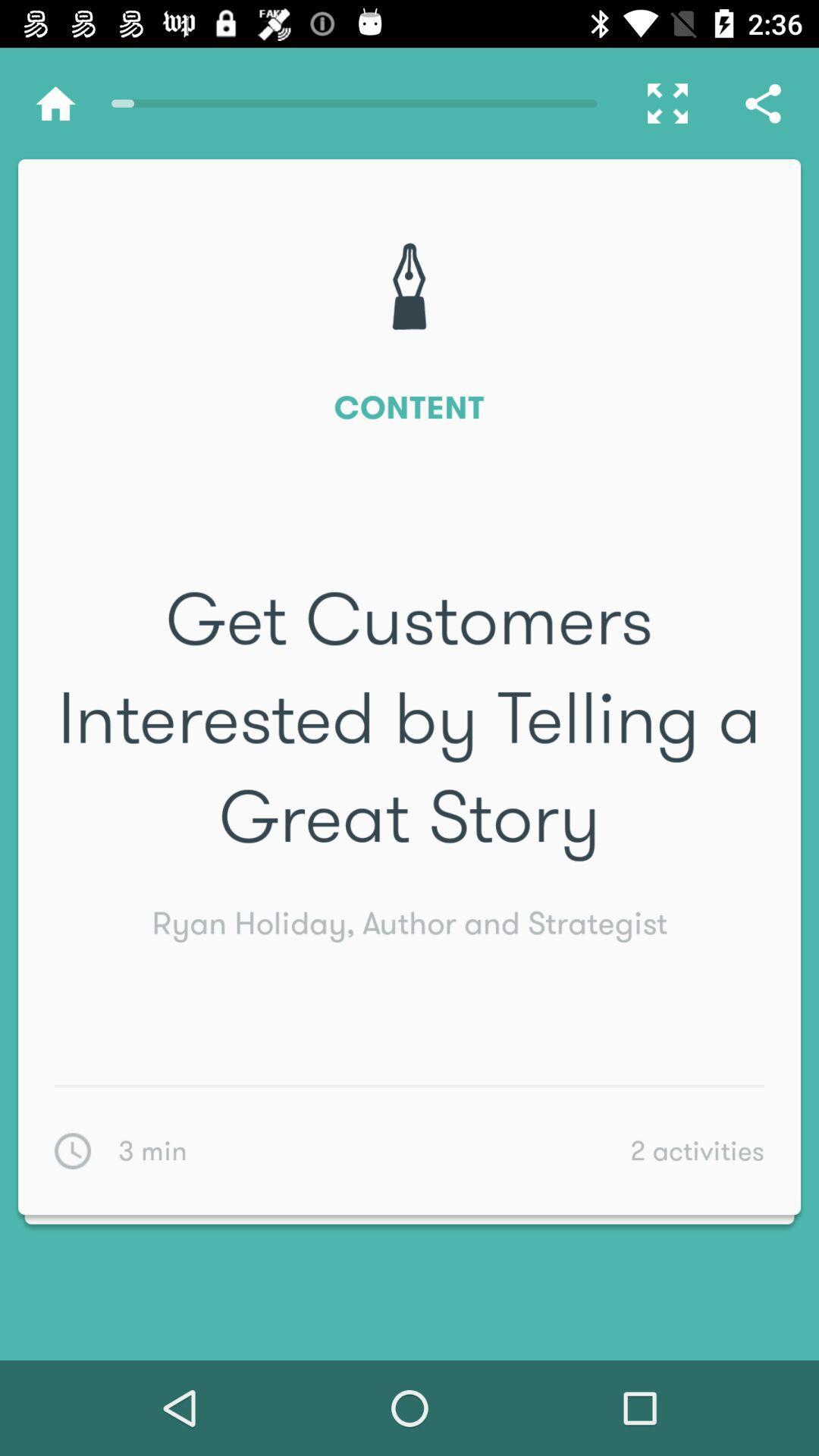 Image resolution: width=819 pixels, height=1456 pixels. Describe the element at coordinates (763, 102) in the screenshot. I see `the share icon` at that location.